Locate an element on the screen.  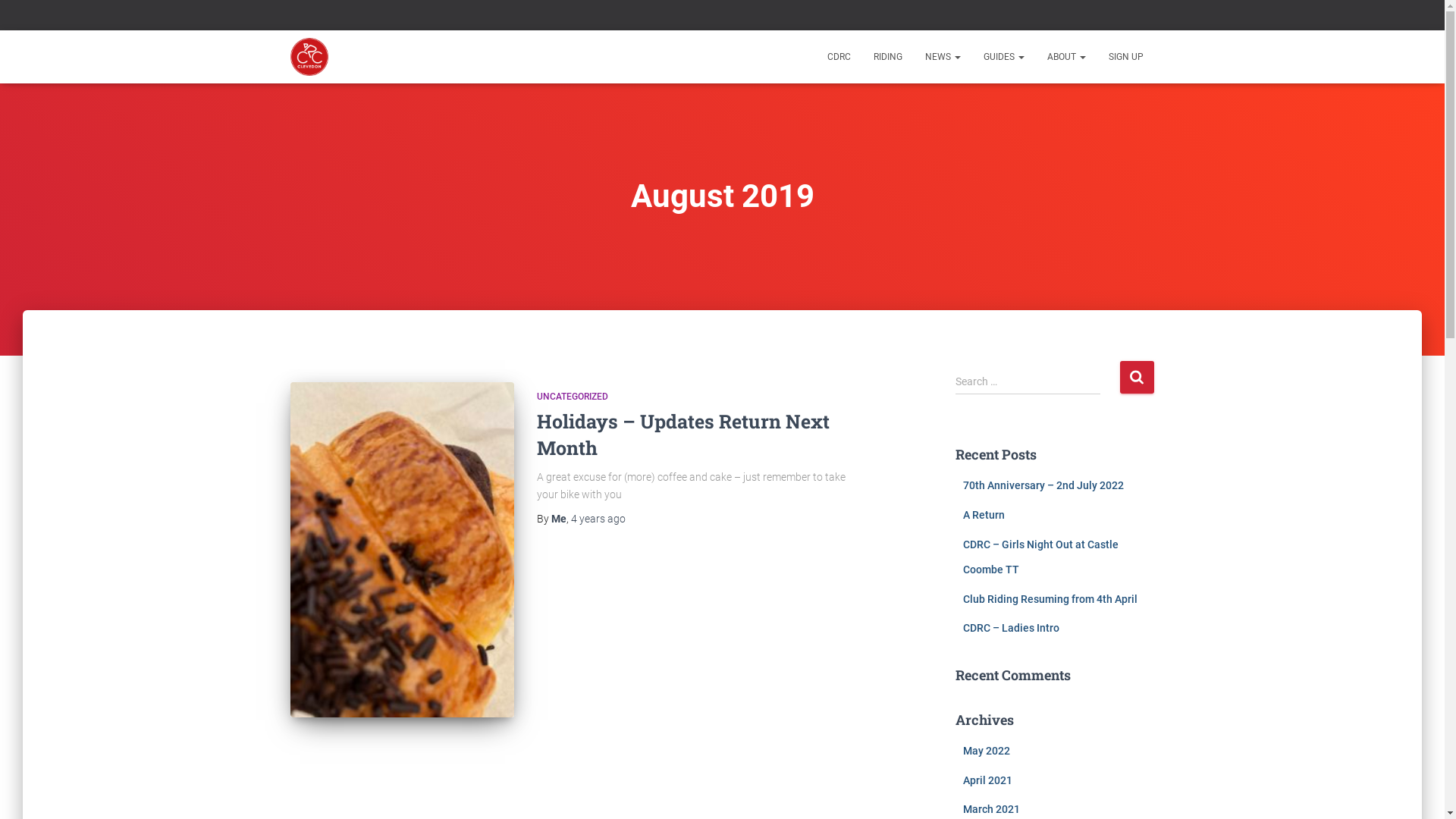
'SIGN UP' is located at coordinates (1125, 55).